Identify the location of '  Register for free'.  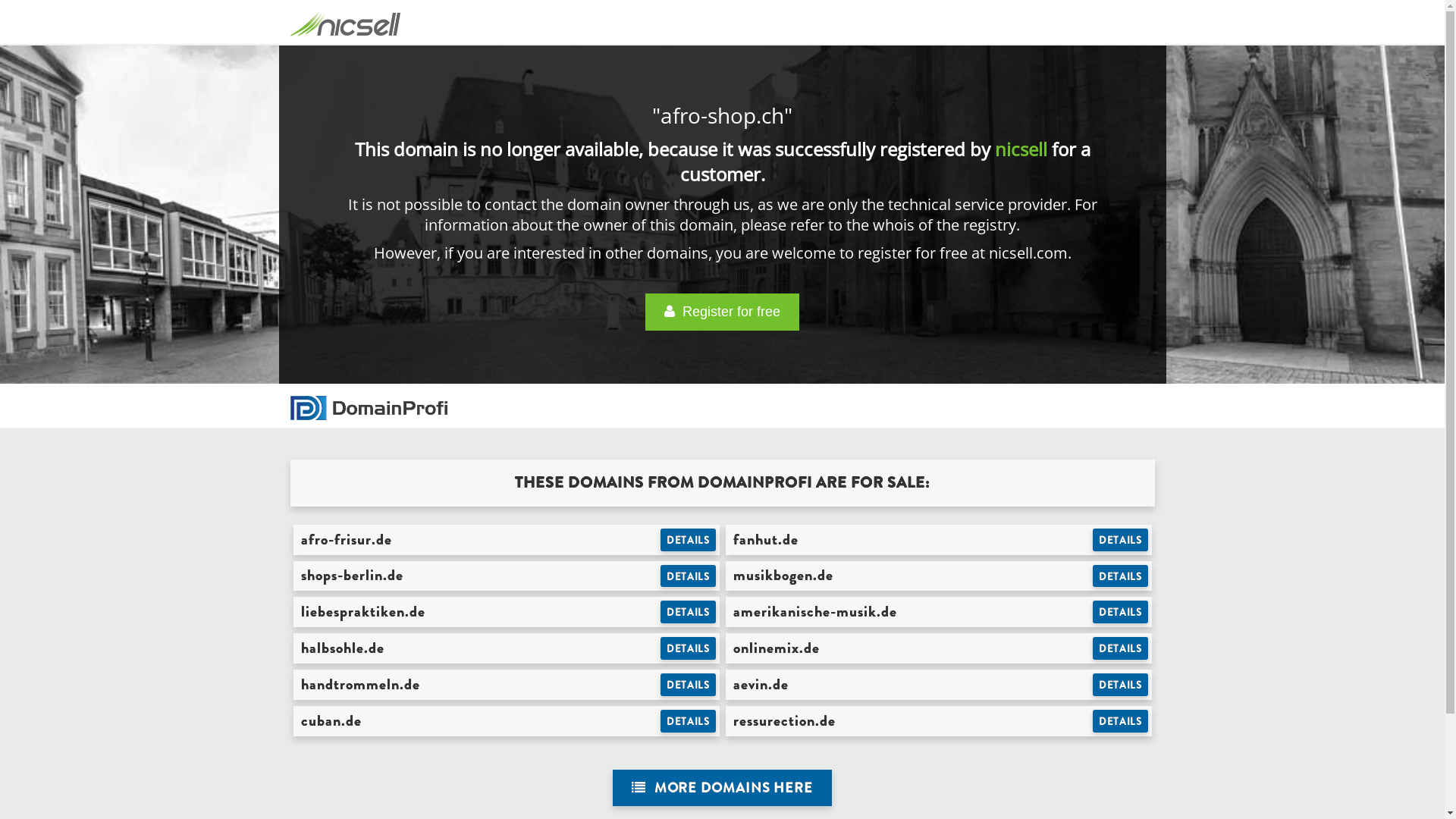
(721, 311).